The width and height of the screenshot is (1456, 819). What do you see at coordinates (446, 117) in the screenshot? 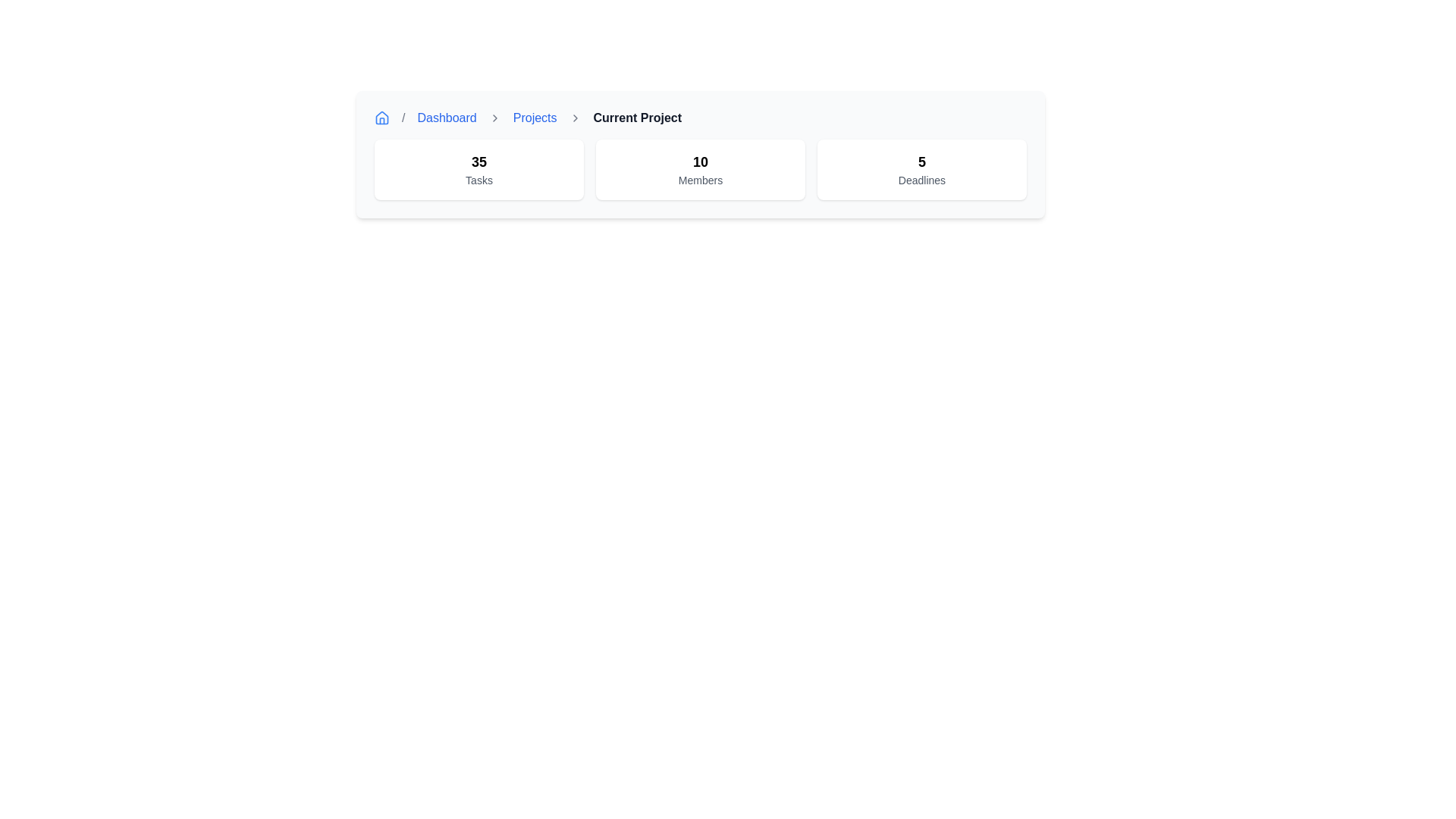
I see `the Interactive hyperlink element located in the breadcrumb navigation` at bounding box center [446, 117].